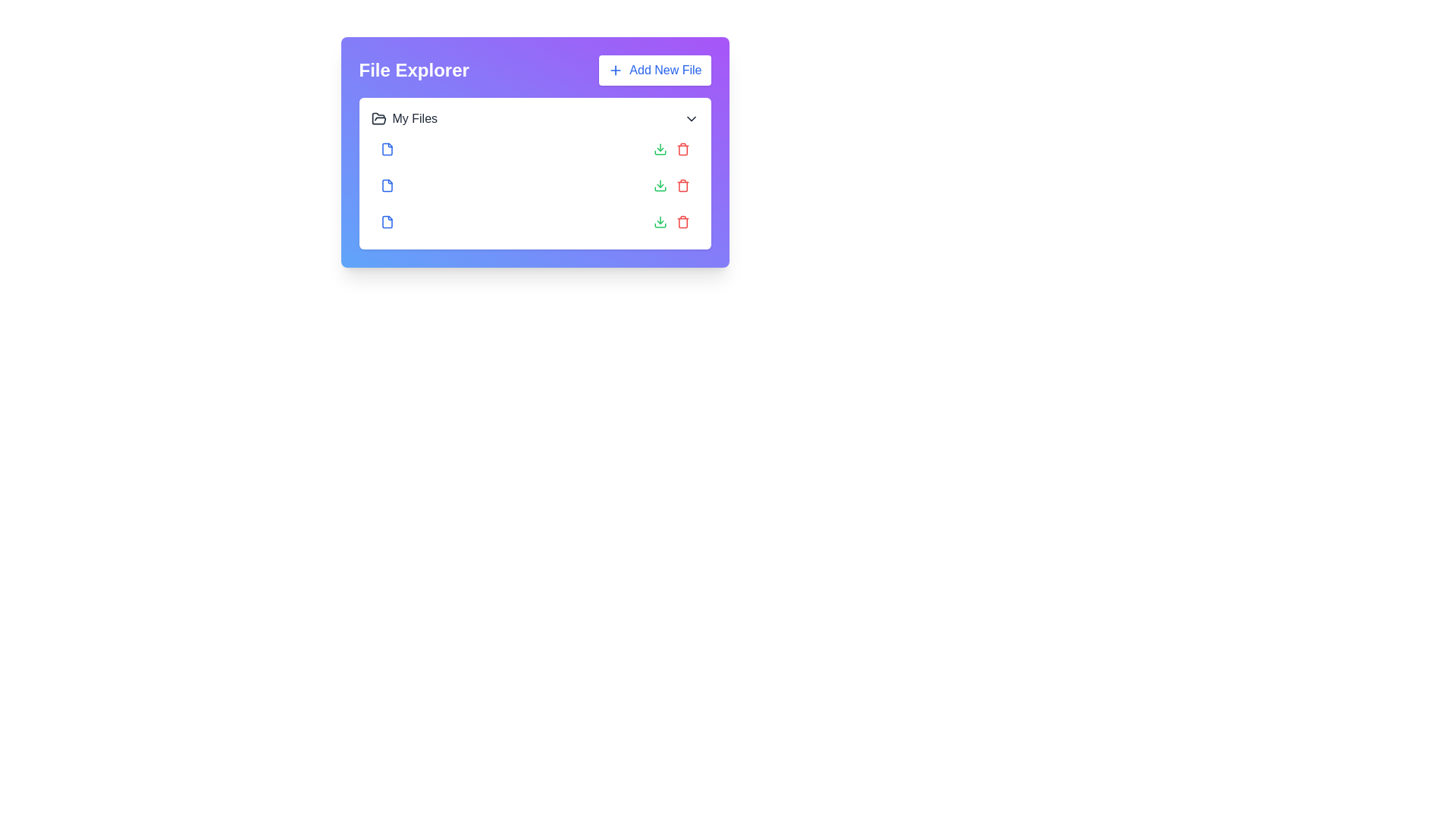 The height and width of the screenshot is (819, 1456). I want to click on the 'Meeting_Notes.txt' file list entry, which is the second item in a vertical file list, so click(535, 185).